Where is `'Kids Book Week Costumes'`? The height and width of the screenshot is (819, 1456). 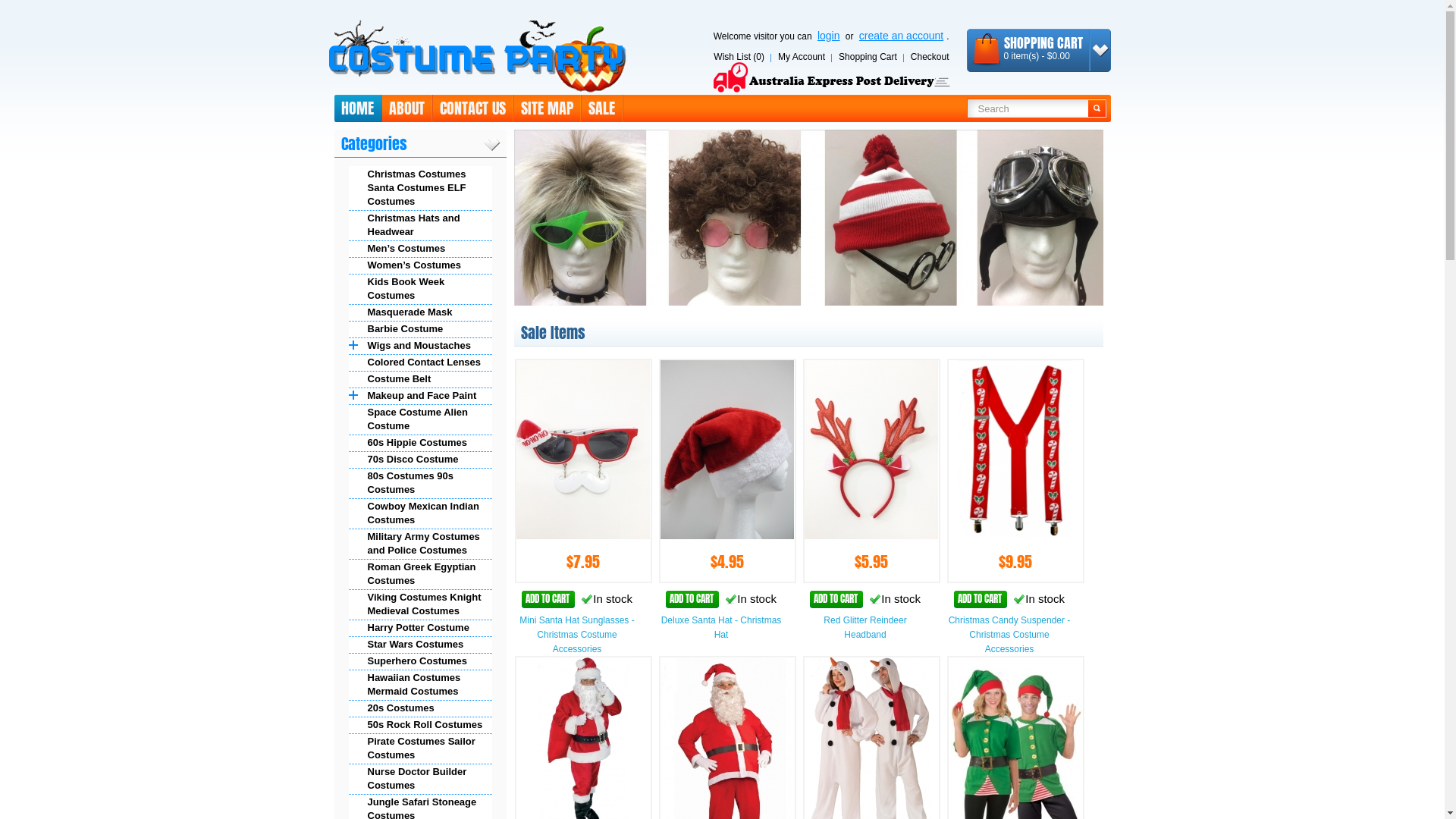
'Kids Book Week Costumes' is located at coordinates (420, 289).